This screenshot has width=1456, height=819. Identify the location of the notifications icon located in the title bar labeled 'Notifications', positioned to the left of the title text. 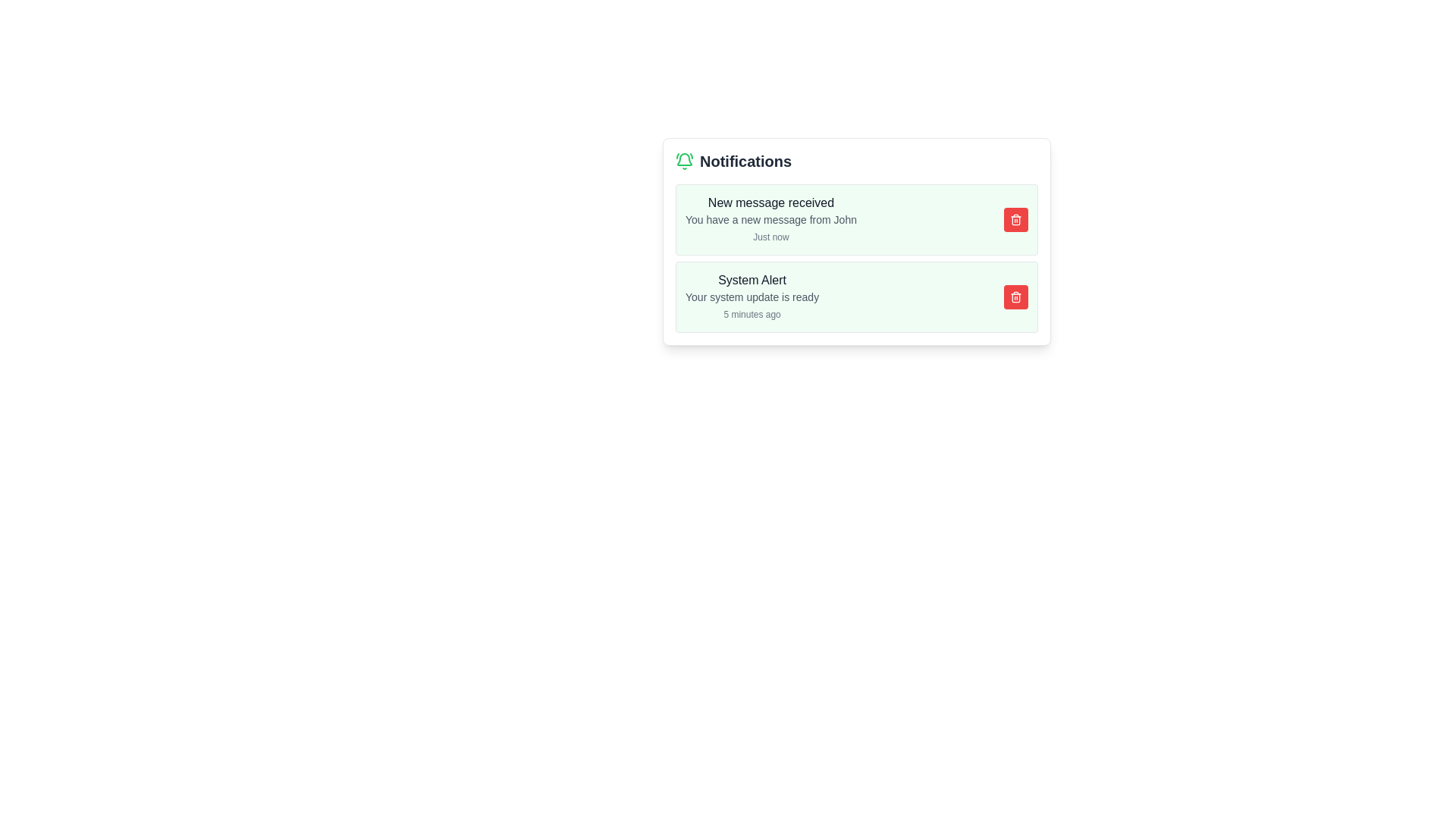
(683, 161).